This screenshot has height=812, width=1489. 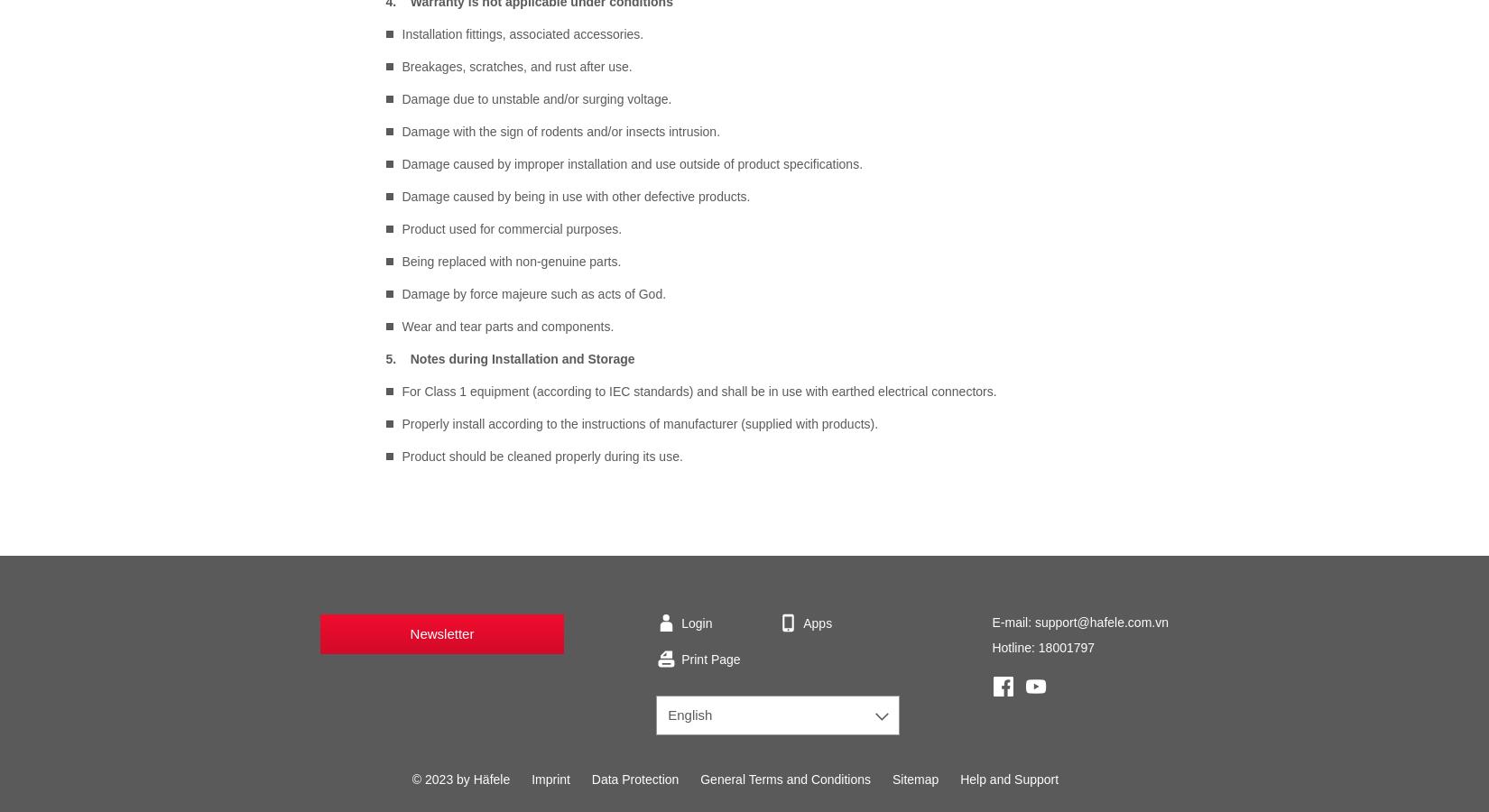 What do you see at coordinates (1066, 647) in the screenshot?
I see `'18001797'` at bounding box center [1066, 647].